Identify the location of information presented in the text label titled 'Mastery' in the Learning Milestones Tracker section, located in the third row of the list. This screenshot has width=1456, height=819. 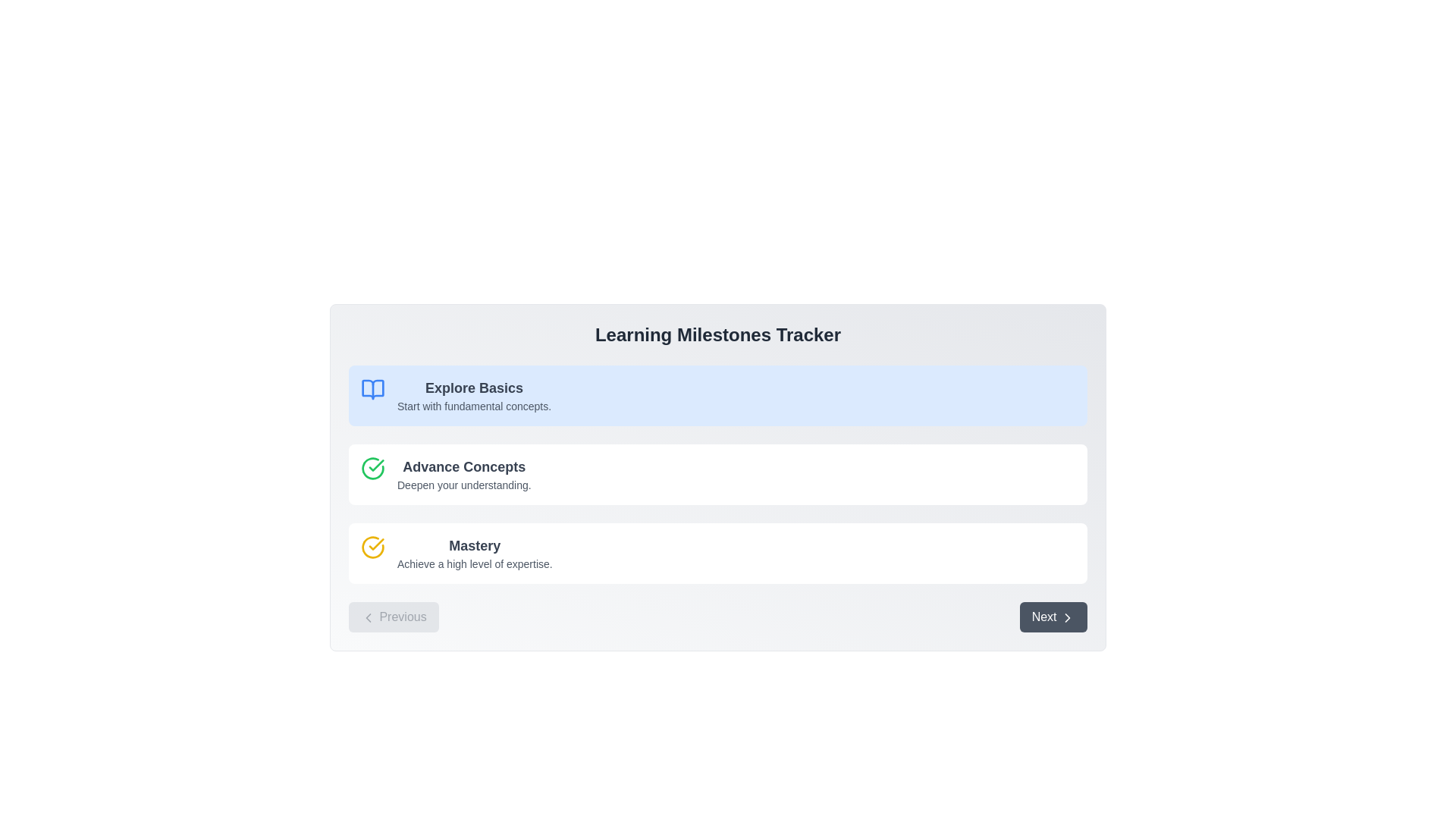
(474, 553).